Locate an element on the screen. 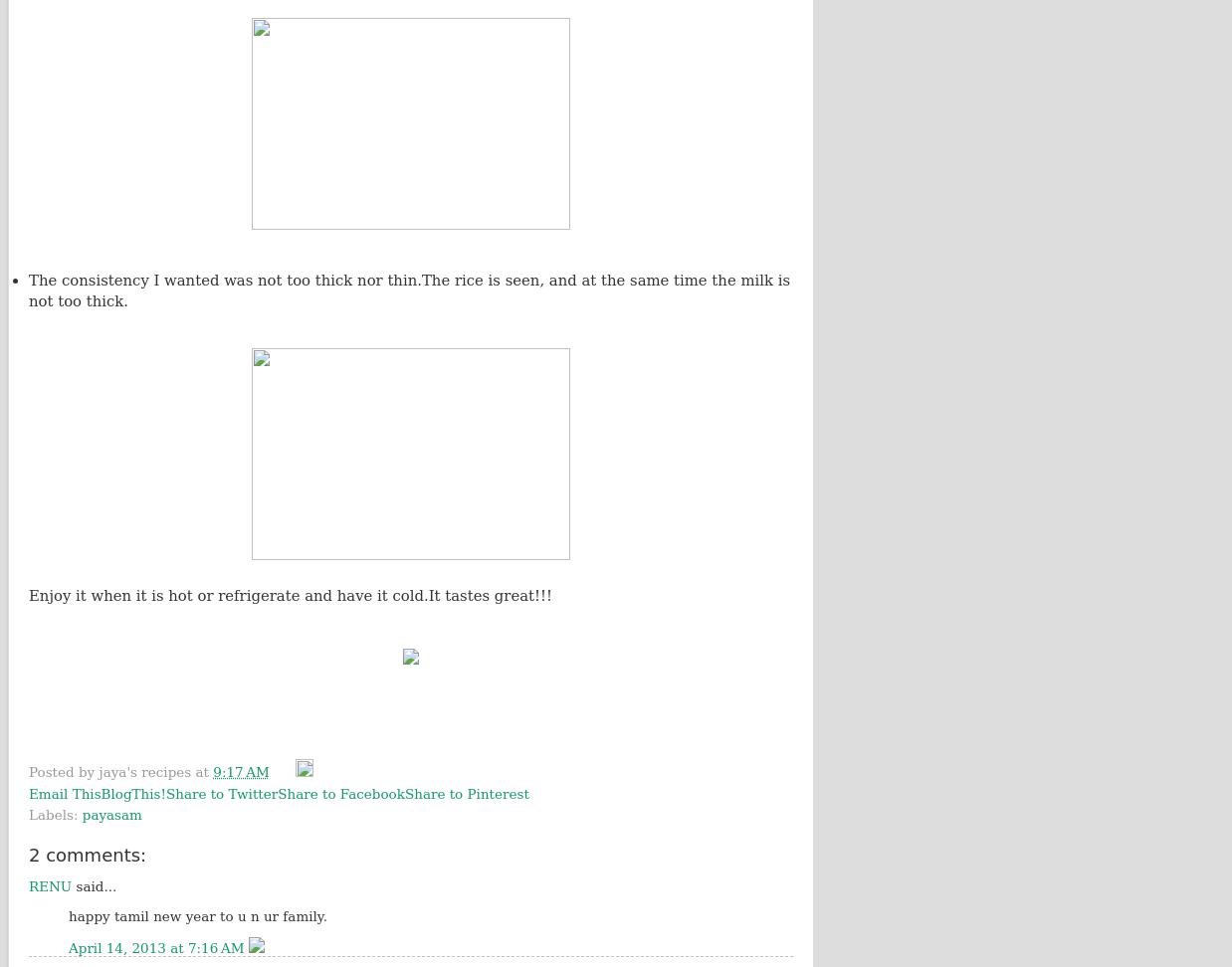  'said...' is located at coordinates (93, 886).